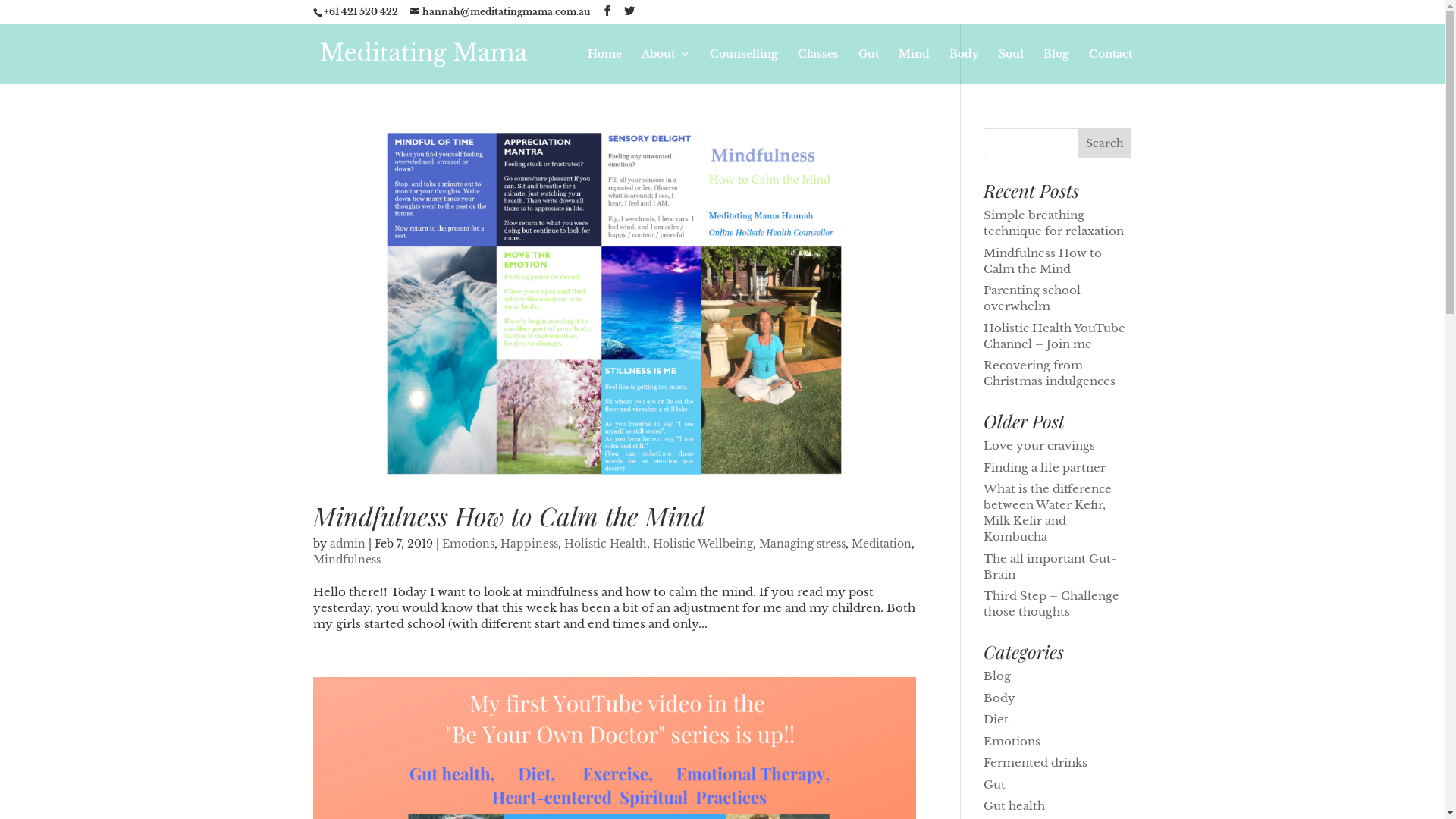  Describe the element at coordinates (1043, 65) in the screenshot. I see `'Blog'` at that location.